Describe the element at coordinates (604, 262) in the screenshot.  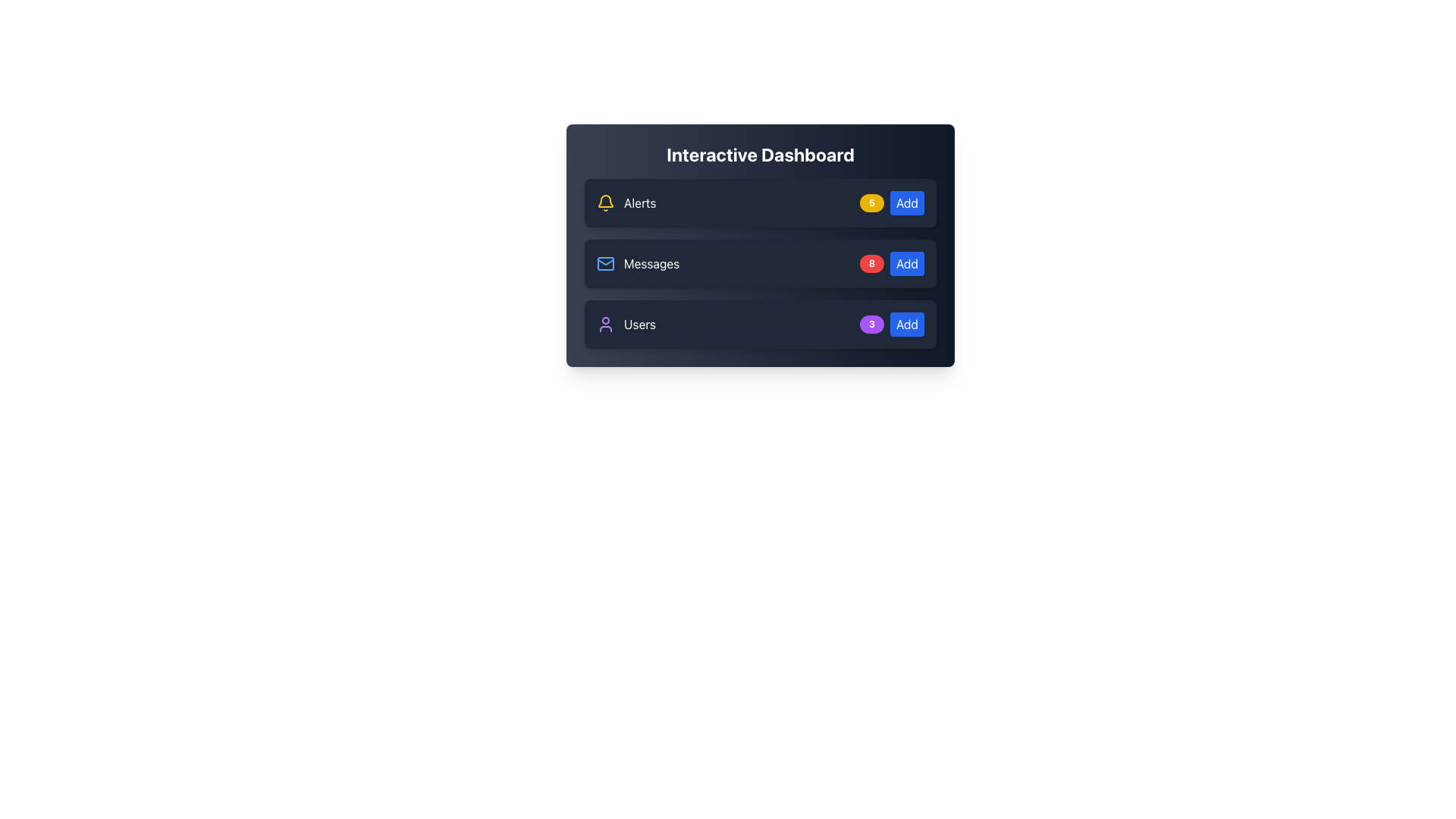
I see `the rectangular base of the envelope icon in the 'Messages' row, which represents email or message functionality` at that location.